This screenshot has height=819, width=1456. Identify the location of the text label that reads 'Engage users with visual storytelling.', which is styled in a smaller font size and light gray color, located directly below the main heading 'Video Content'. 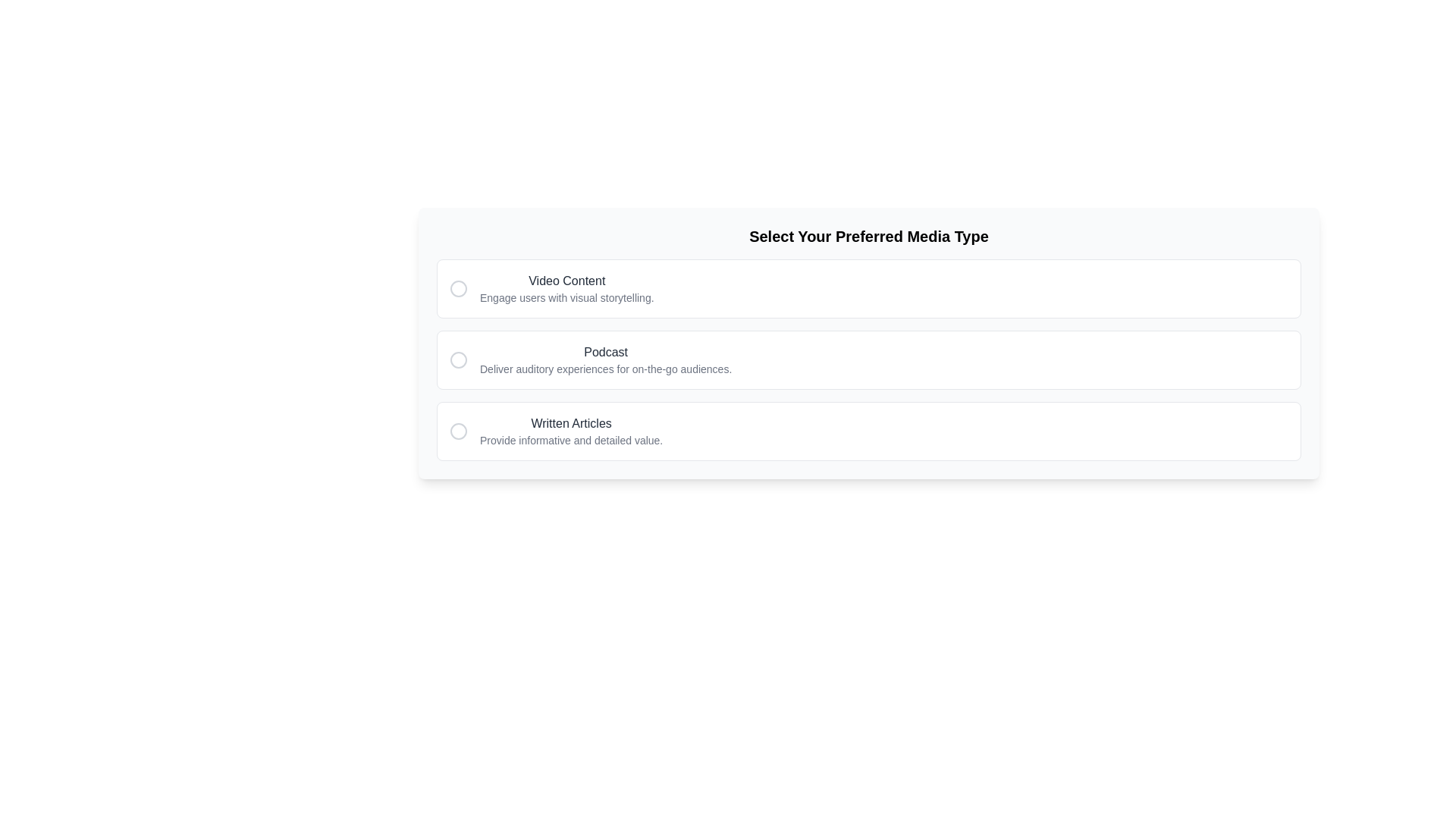
(566, 298).